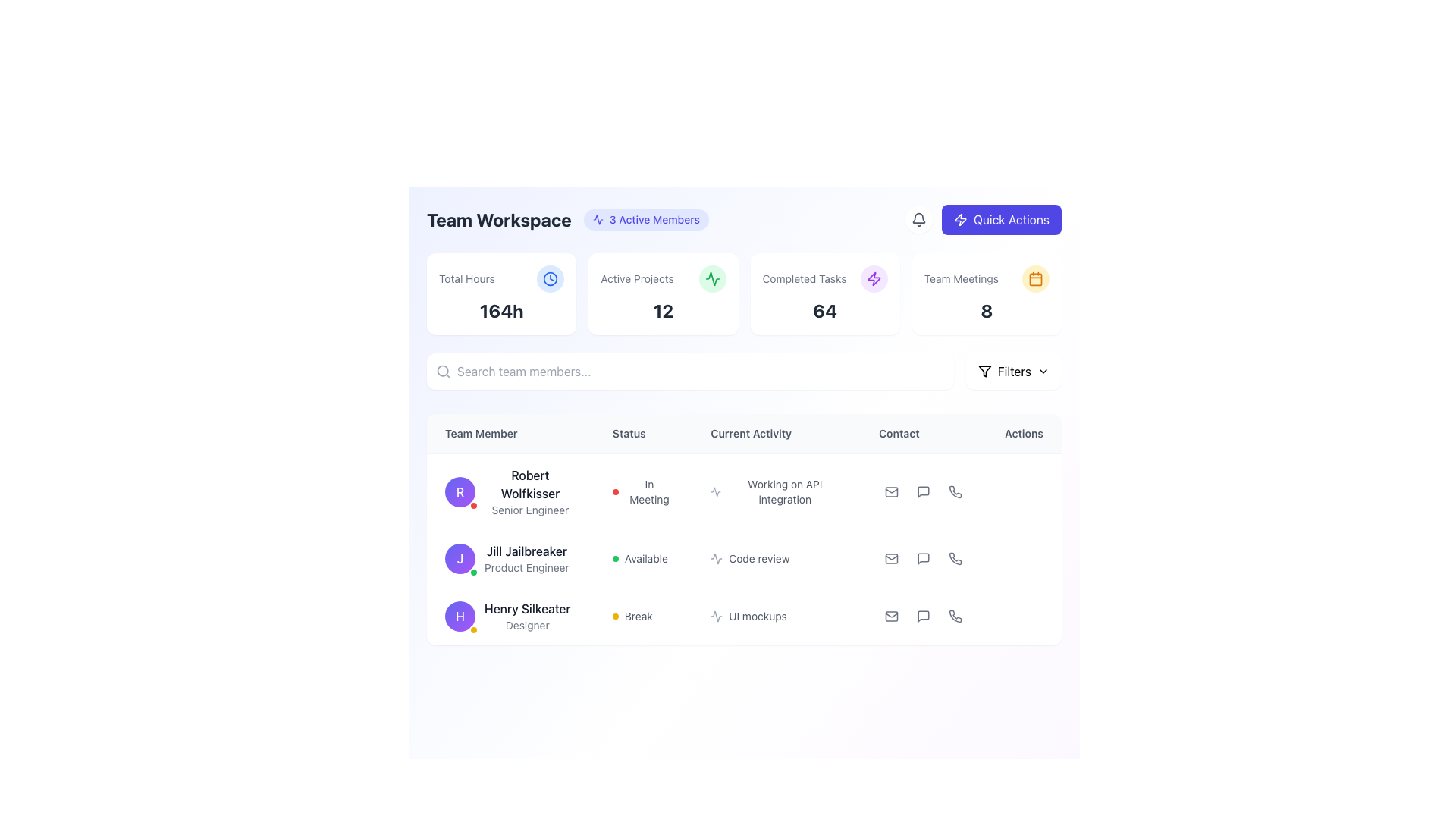  What do you see at coordinates (923, 617) in the screenshot?
I see `the Icon button in the 'Actions' section of the last visible row` at bounding box center [923, 617].